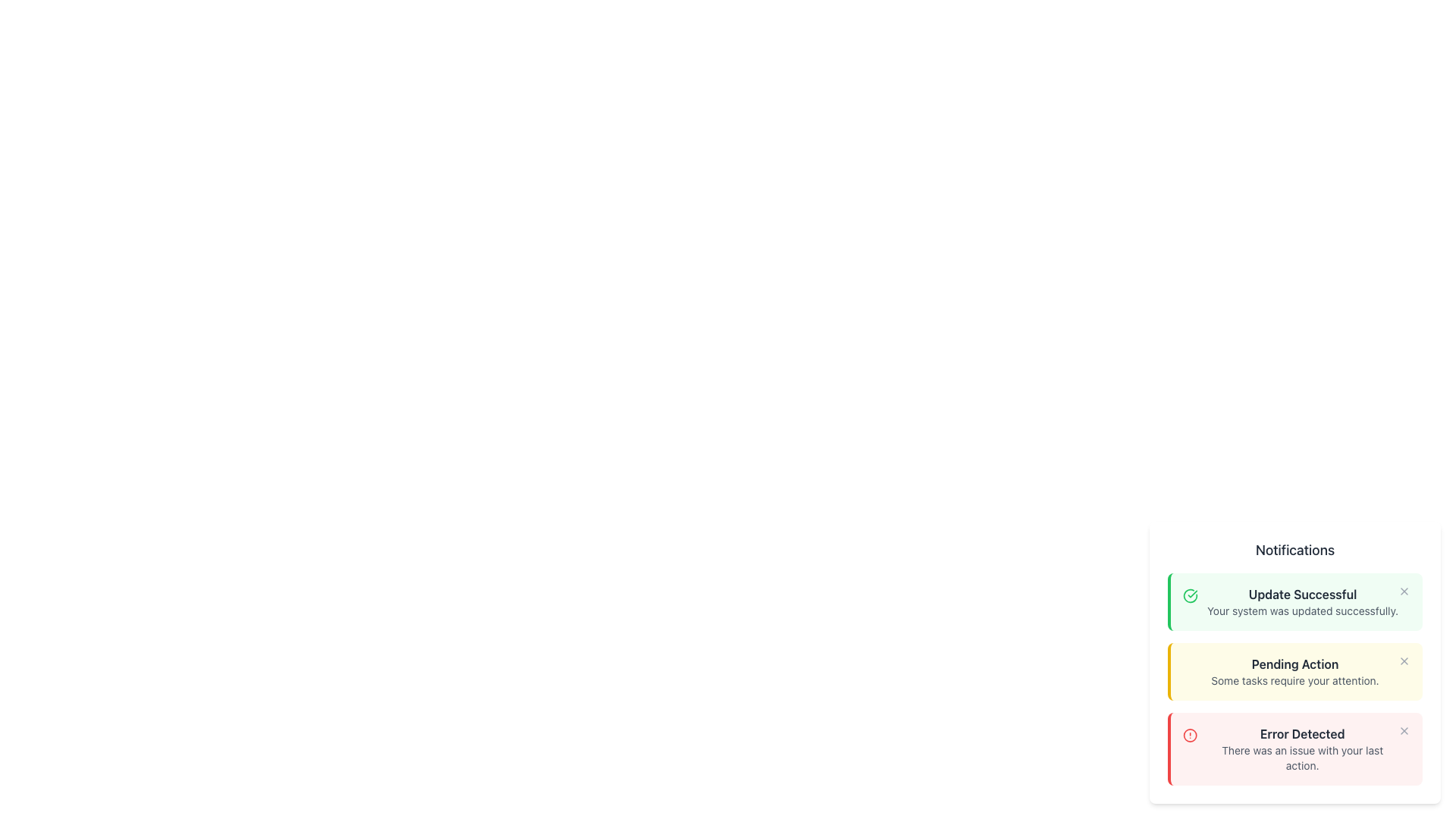 Image resolution: width=1456 pixels, height=819 pixels. What do you see at coordinates (1295, 601) in the screenshot?
I see `the topmost notification box that informs the user of a successful system update, located near the top-center-right of the notification panel` at bounding box center [1295, 601].